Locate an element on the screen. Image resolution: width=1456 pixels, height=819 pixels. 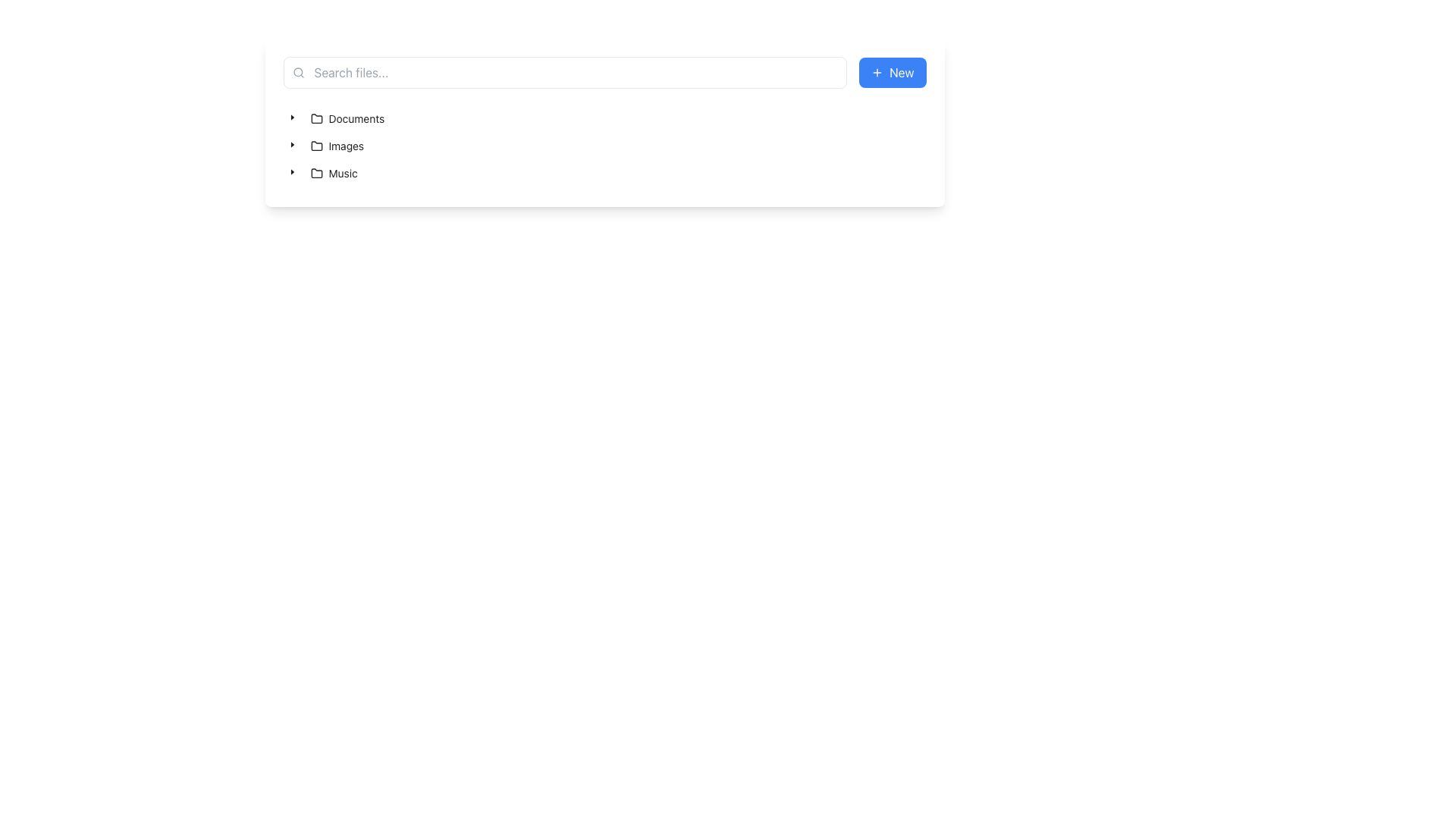
the 'Music' text label, which is the third item in a list of folder names, positioned to the right of an associated folder icon graphic is located at coordinates (342, 172).